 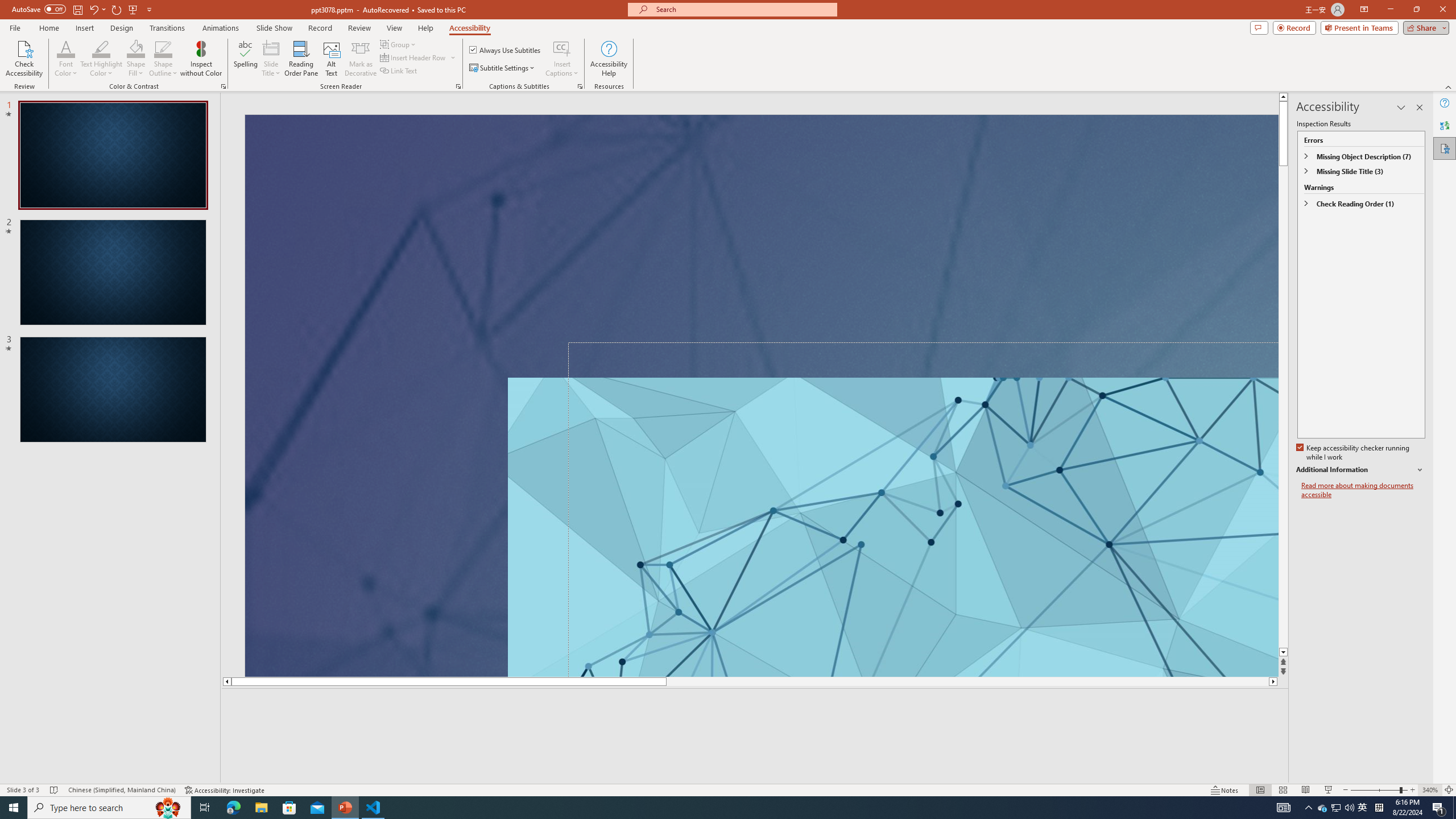 I want to click on 'Accessibility Help', so click(x=609, y=59).